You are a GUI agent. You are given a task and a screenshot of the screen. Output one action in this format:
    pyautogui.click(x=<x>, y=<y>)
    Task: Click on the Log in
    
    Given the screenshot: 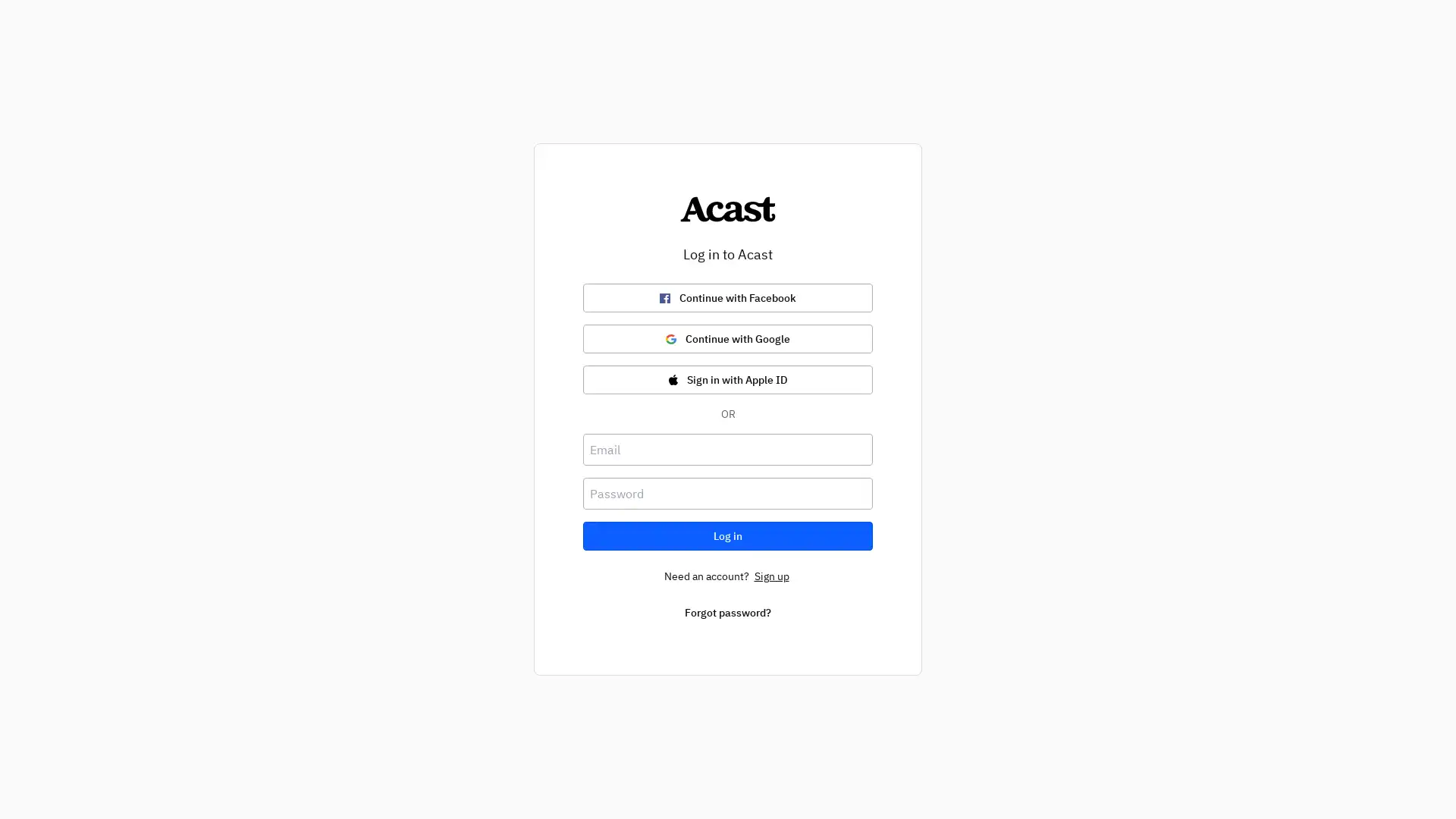 What is the action you would take?
    pyautogui.click(x=728, y=535)
    